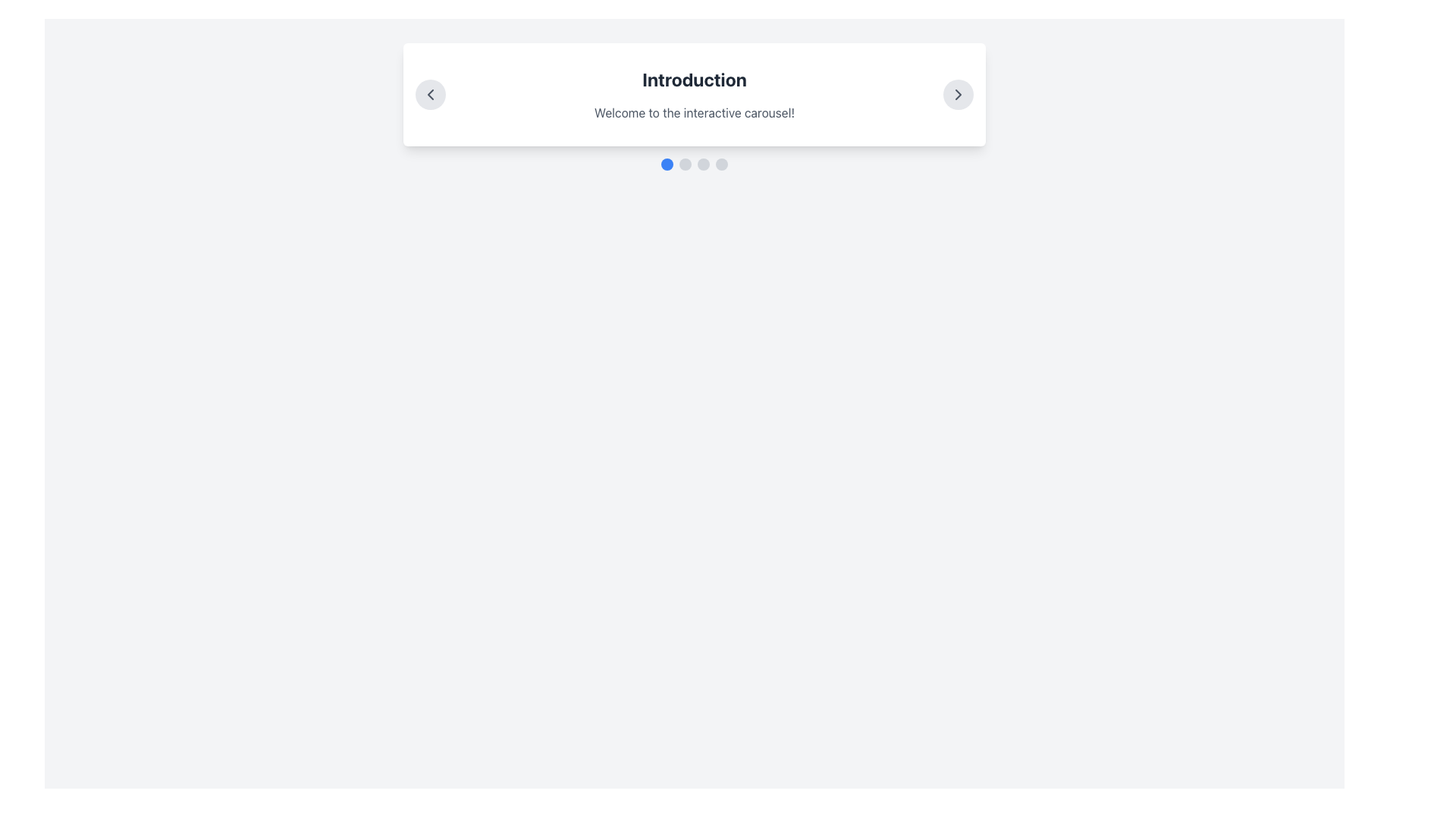 Image resolution: width=1456 pixels, height=819 pixels. What do you see at coordinates (667, 164) in the screenshot?
I see `the first indicator dot at the bottom center of the card` at bounding box center [667, 164].